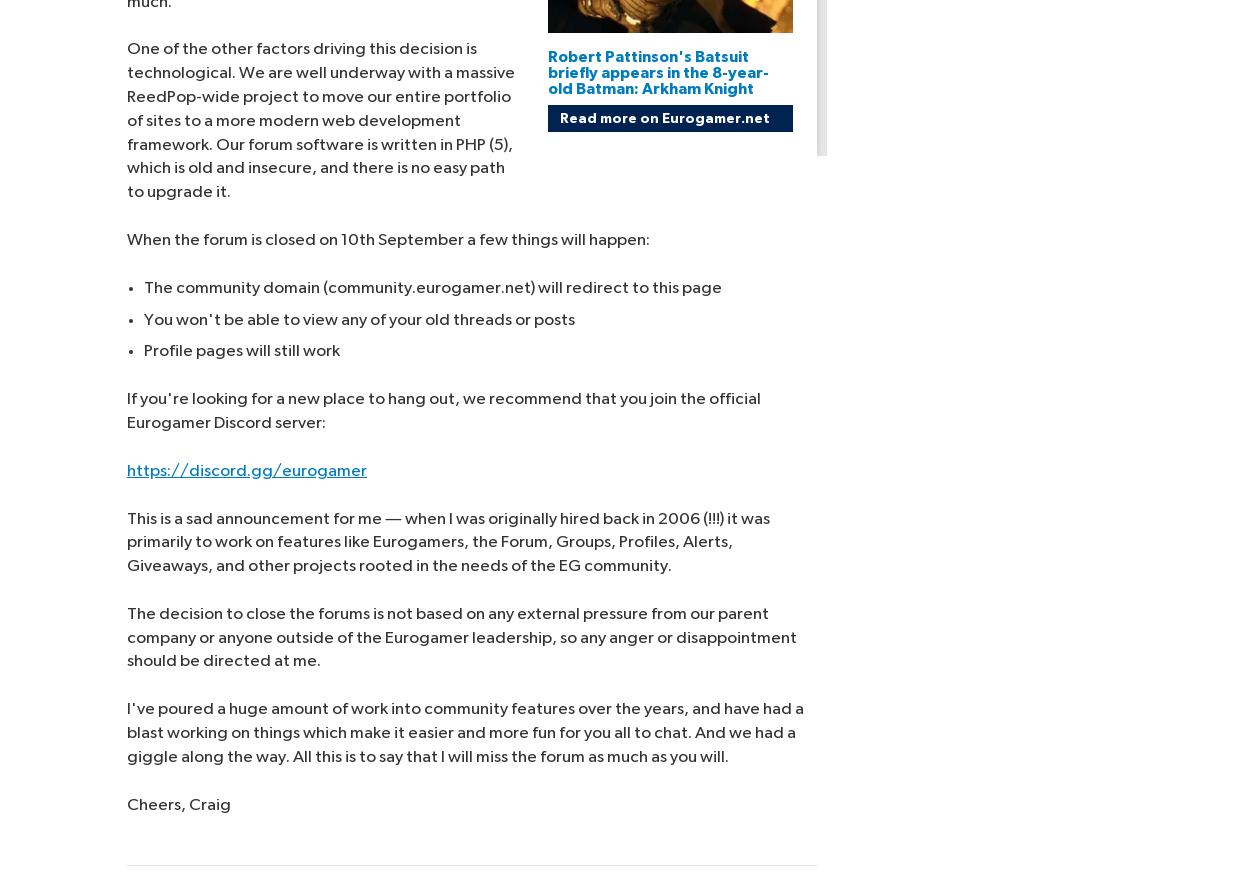  Describe the element at coordinates (1078, 60) in the screenshot. I see `'VG247'` at that location.